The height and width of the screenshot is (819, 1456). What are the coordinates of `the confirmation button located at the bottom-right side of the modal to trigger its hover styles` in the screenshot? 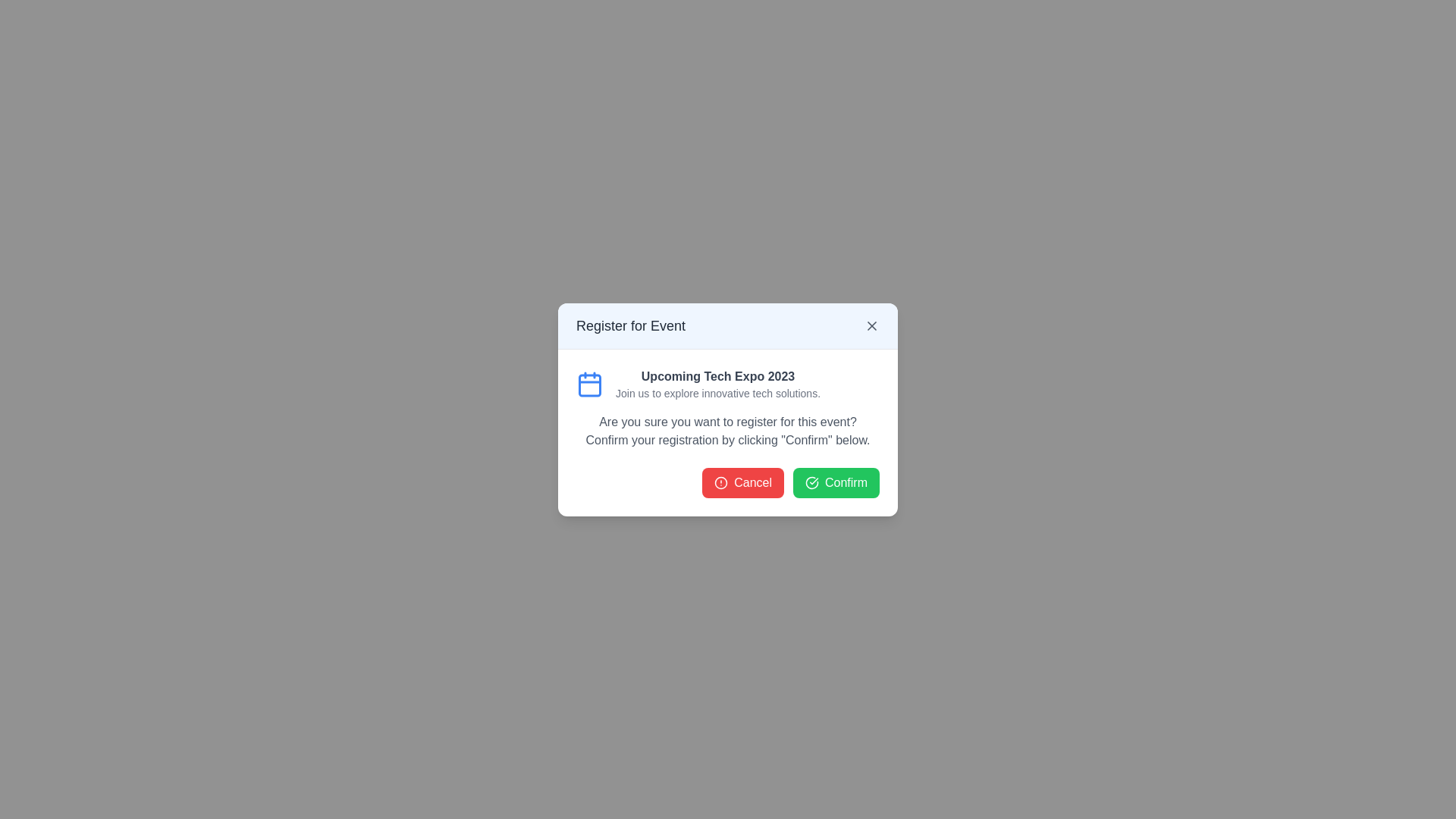 It's located at (836, 482).